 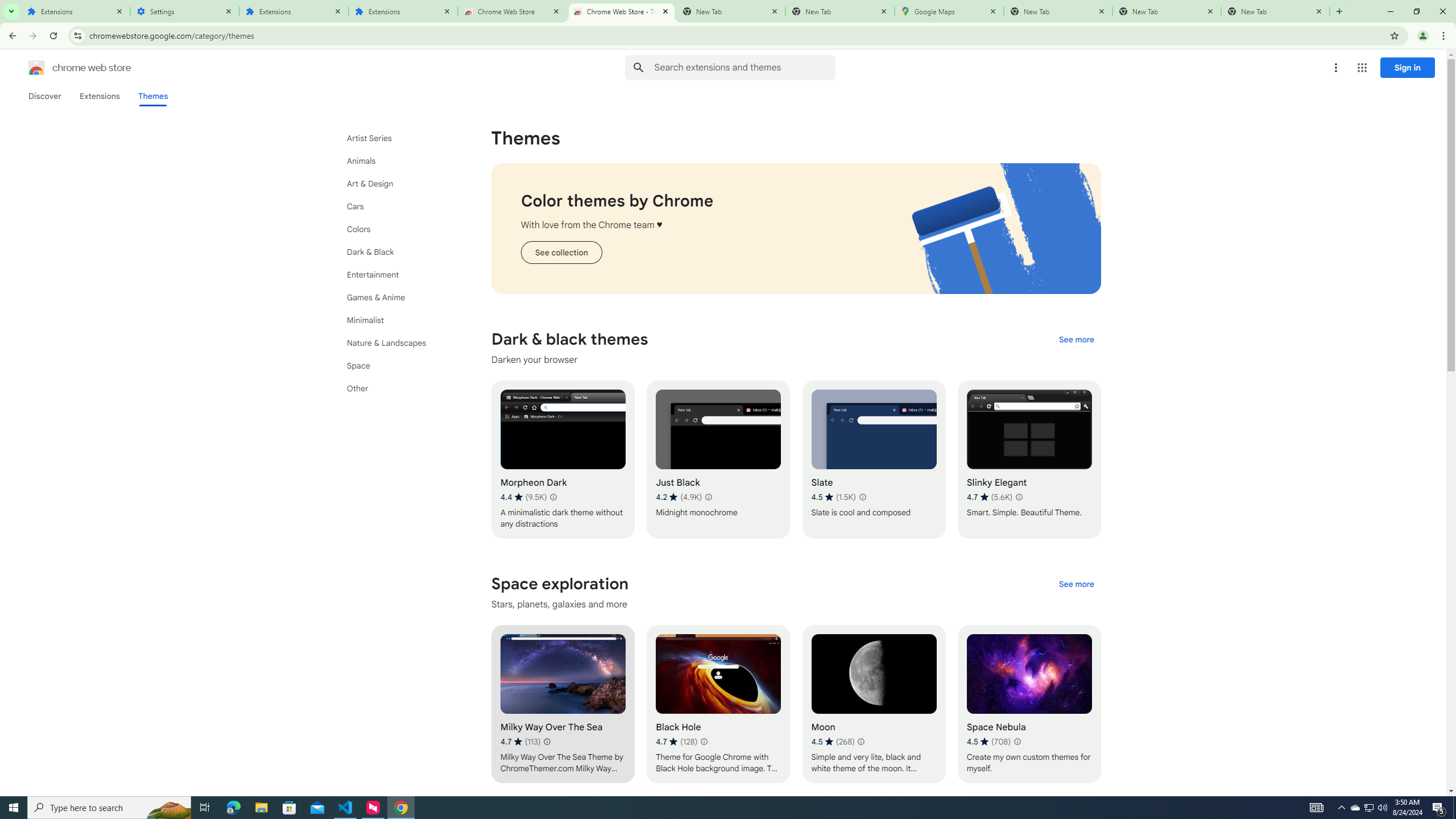 What do you see at coordinates (399, 387) in the screenshot?
I see `'Other'` at bounding box center [399, 387].